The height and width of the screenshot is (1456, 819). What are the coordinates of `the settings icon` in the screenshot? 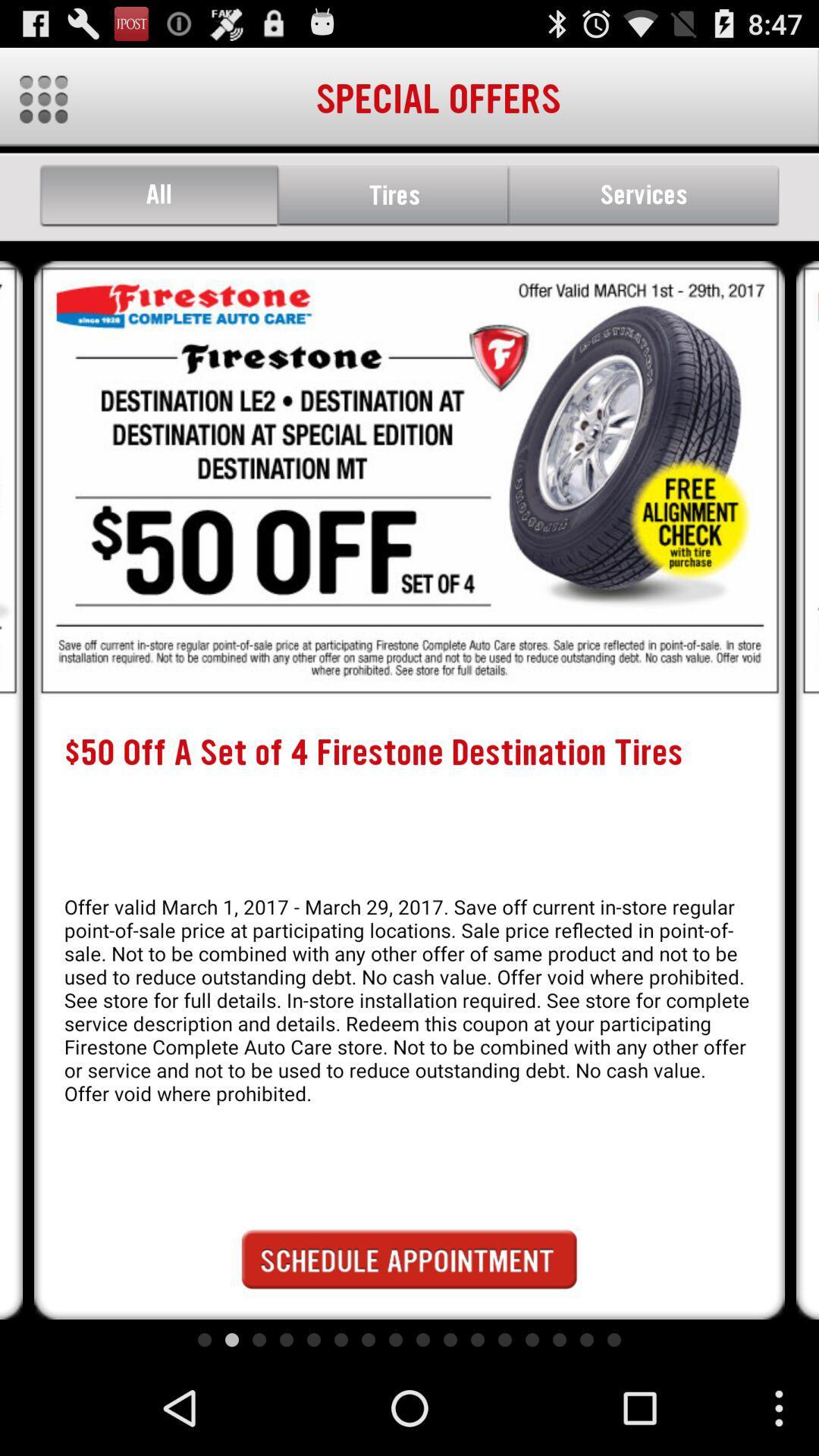 It's located at (42, 105).